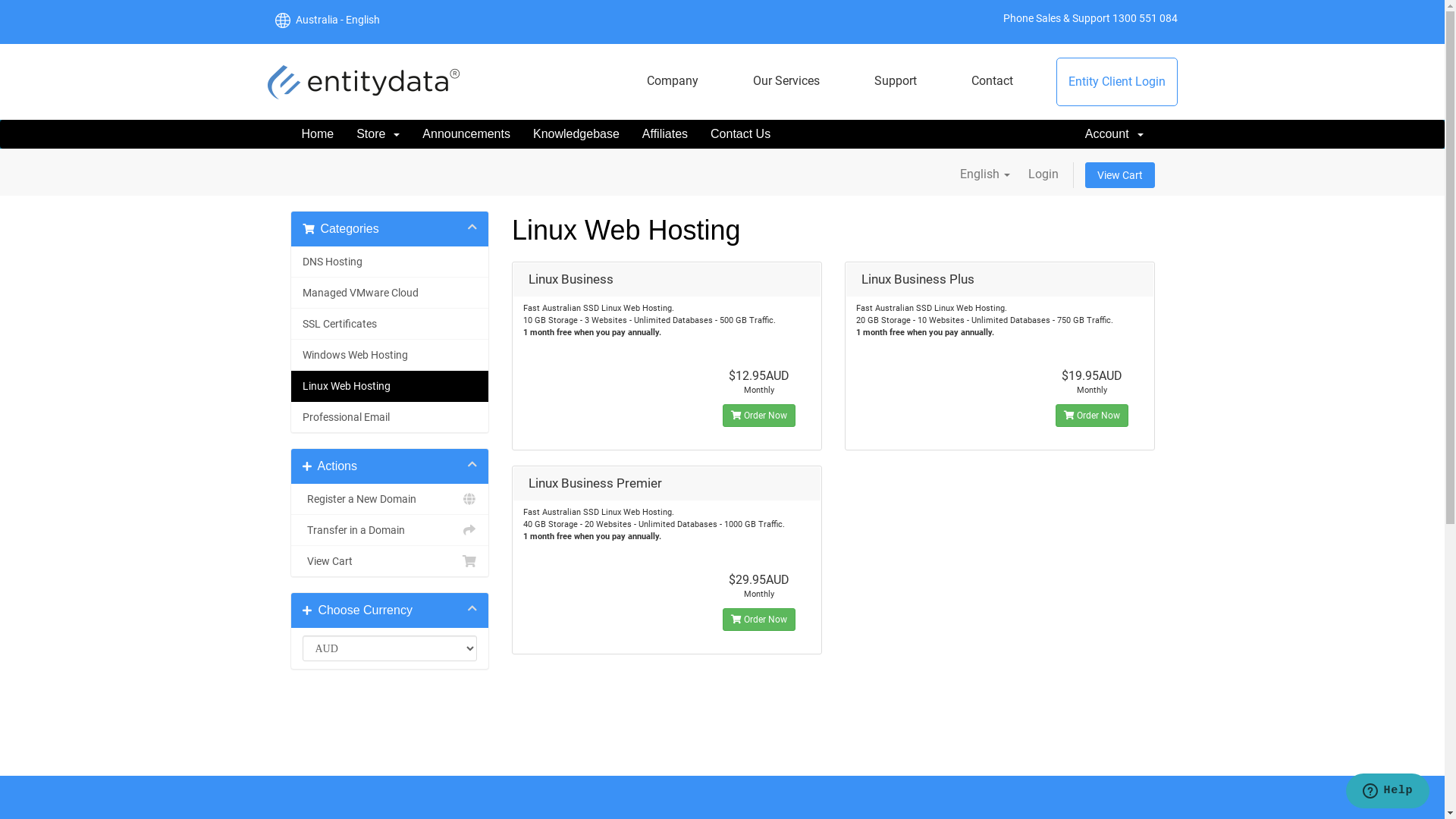 This screenshot has height=819, width=1456. I want to click on 'Professional Email', so click(390, 417).